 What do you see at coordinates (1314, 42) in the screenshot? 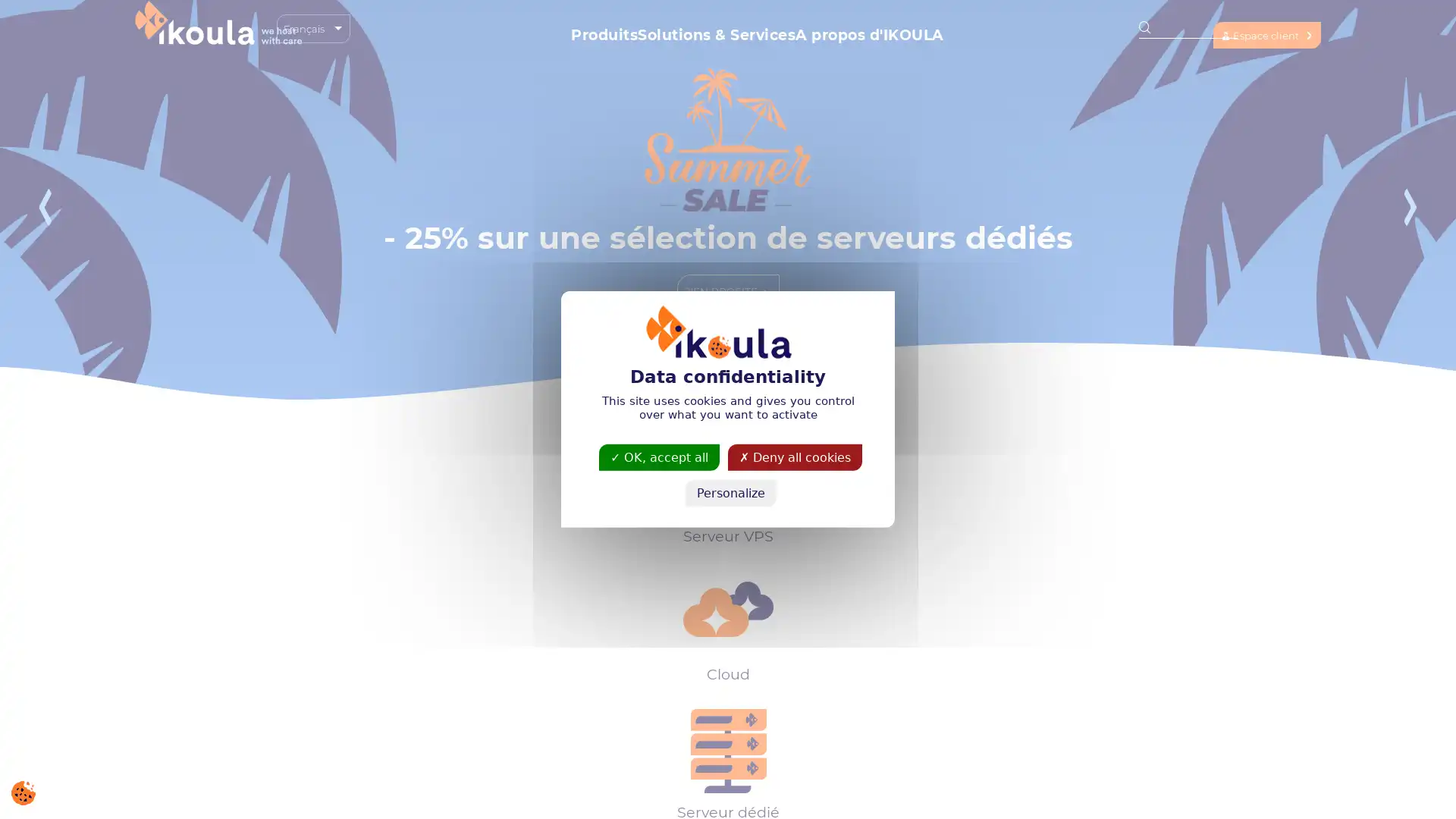
I see `Espace client` at bounding box center [1314, 42].